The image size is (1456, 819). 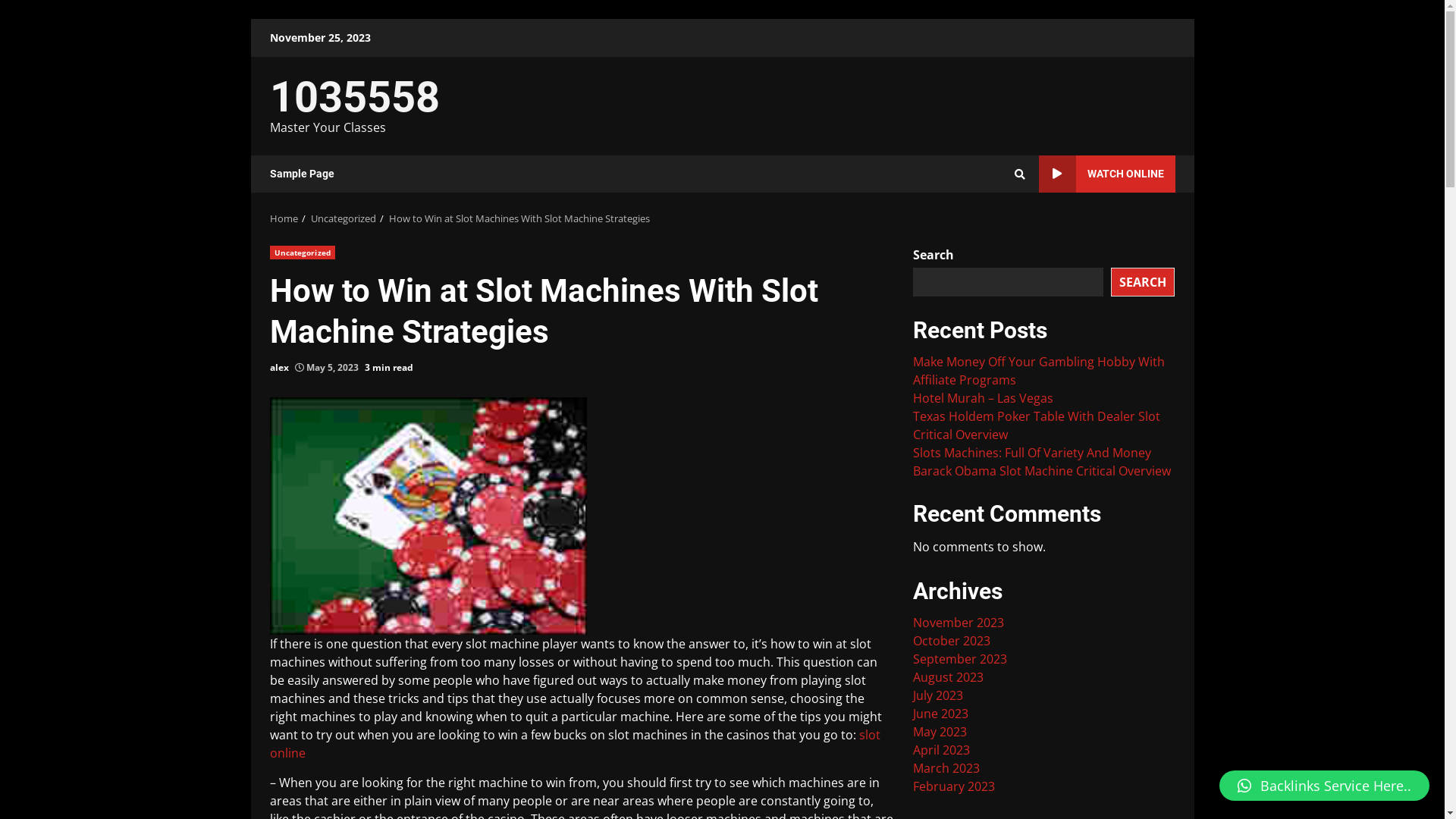 I want to click on 'Home', so click(x=269, y=218).